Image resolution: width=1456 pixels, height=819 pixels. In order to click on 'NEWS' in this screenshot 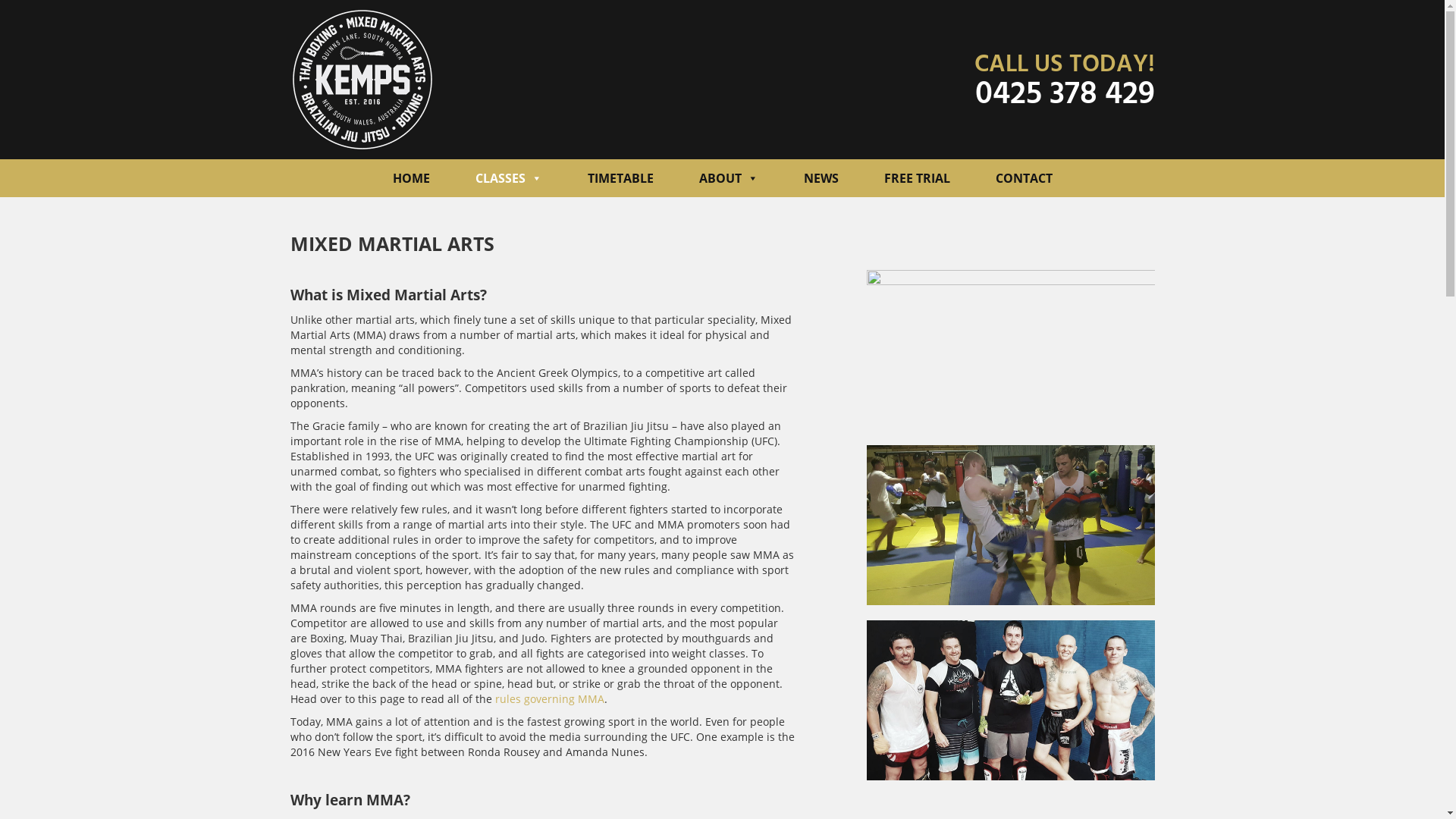, I will do `click(821, 177)`.